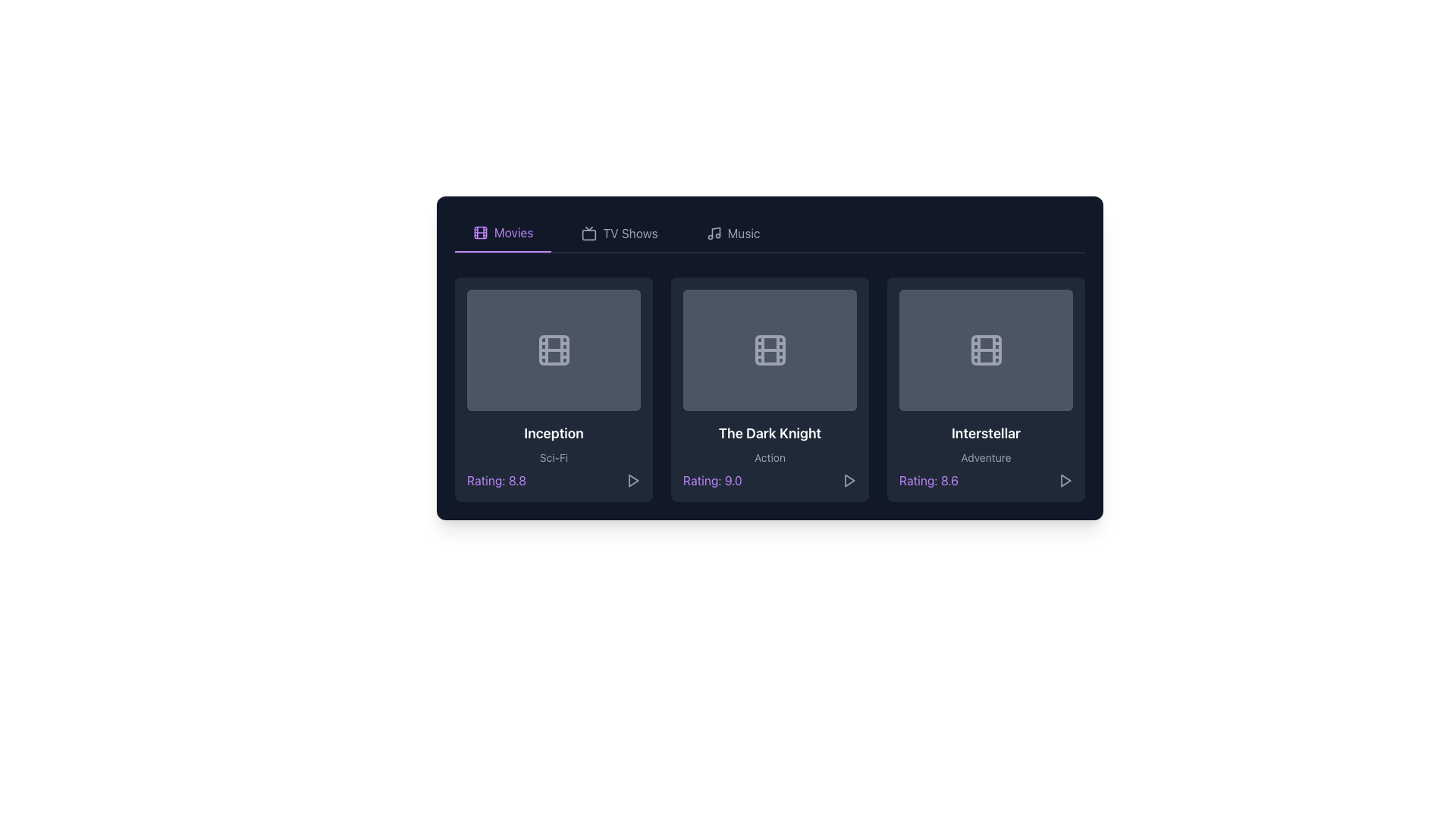 This screenshot has width=1456, height=819. What do you see at coordinates (986, 350) in the screenshot?
I see `the film reel icon, which is gray with thin borders and located in the upper half of the third movie card from the left` at bounding box center [986, 350].